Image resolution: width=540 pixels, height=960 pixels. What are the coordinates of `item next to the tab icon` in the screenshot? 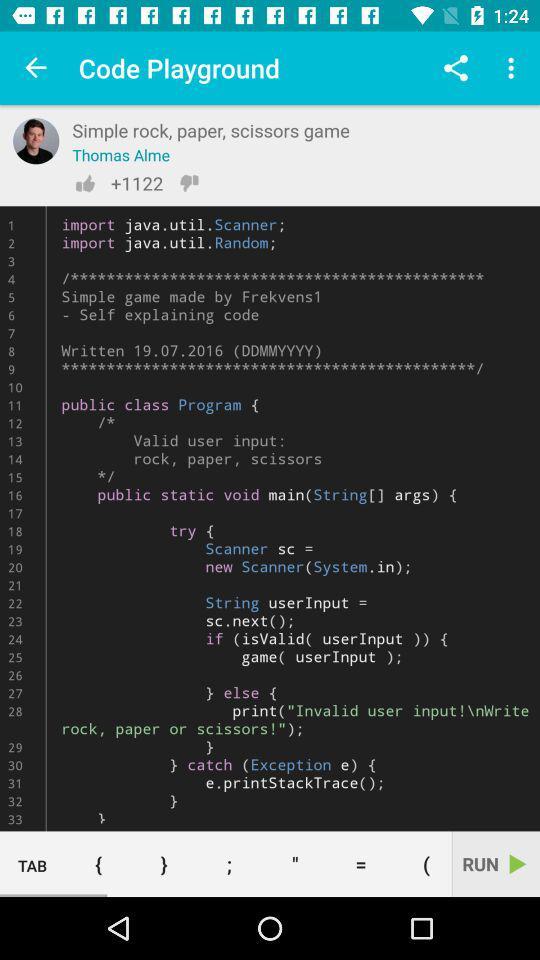 It's located at (97, 863).